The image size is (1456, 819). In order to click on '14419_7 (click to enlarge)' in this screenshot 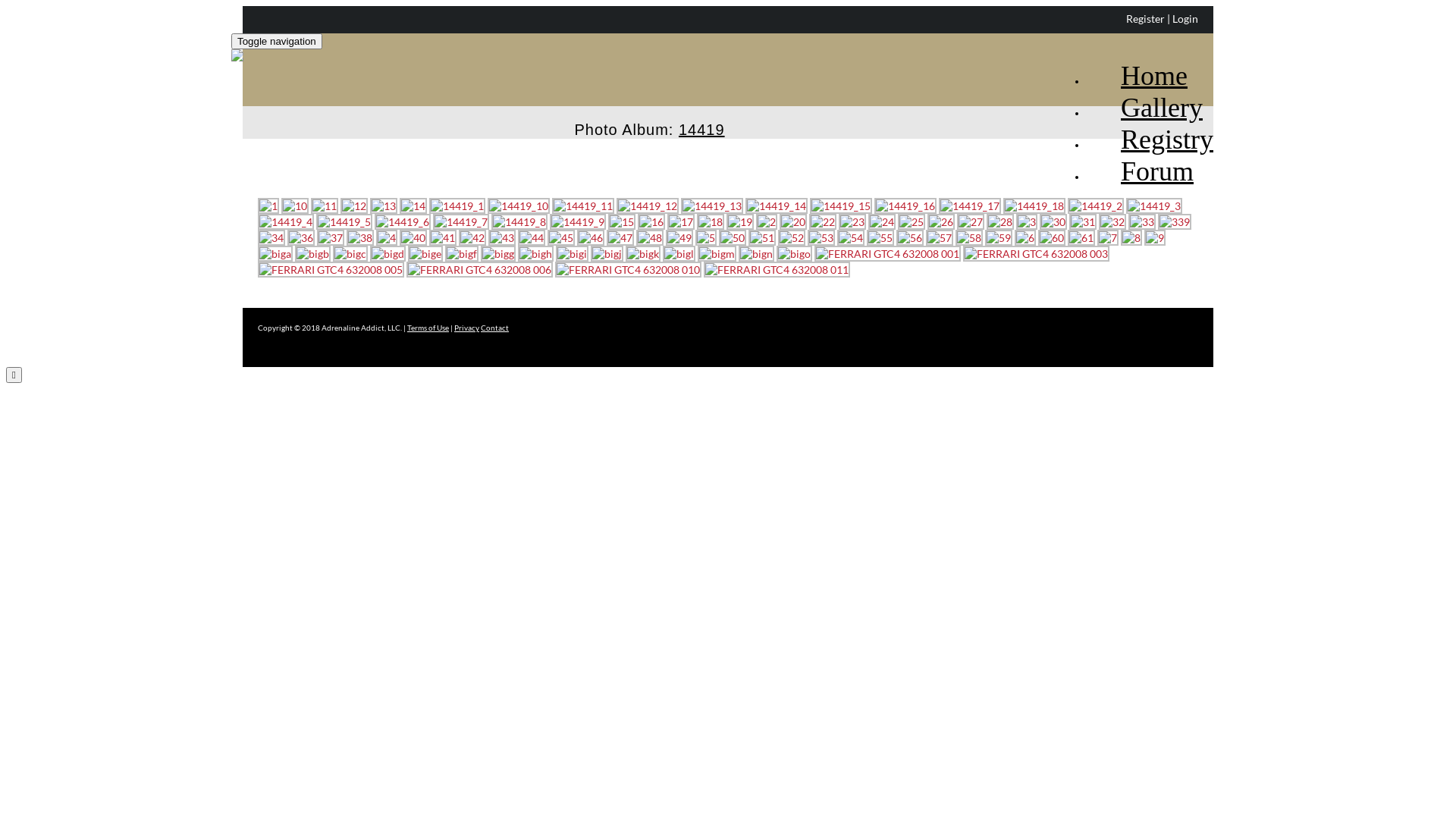, I will do `click(460, 221)`.